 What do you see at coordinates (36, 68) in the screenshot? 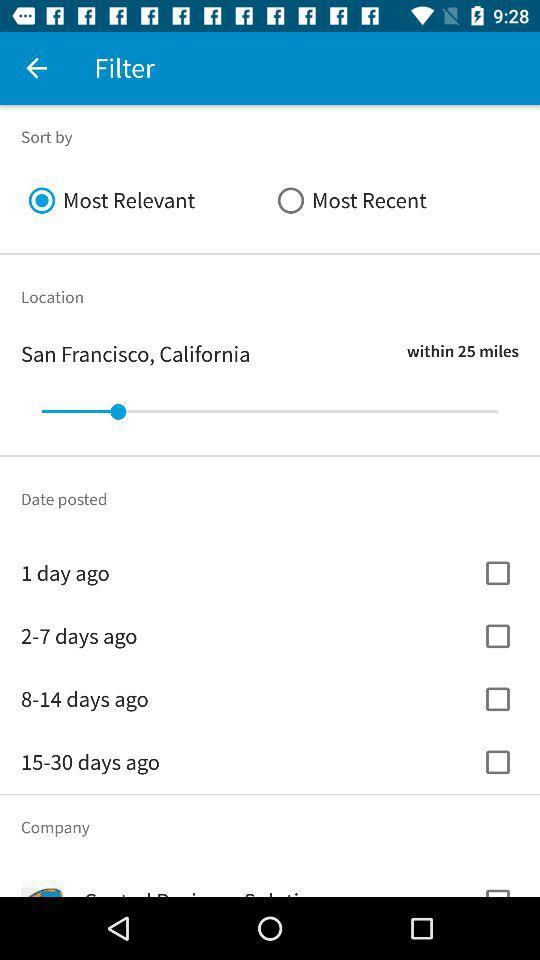
I see `item to the left of filter item` at bounding box center [36, 68].